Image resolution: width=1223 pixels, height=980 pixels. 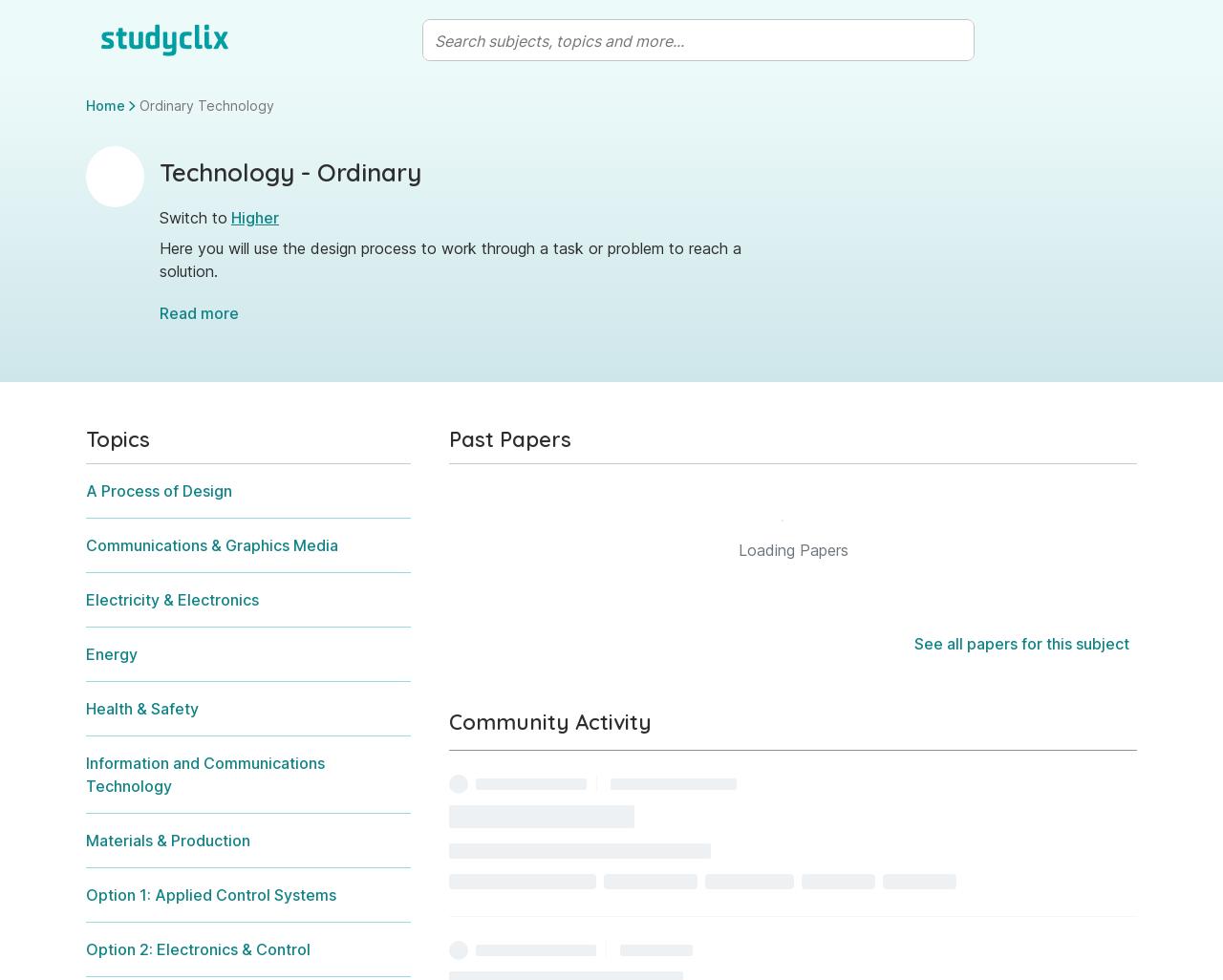 What do you see at coordinates (84, 304) in the screenshot?
I see `'Sample Project Folder'` at bounding box center [84, 304].